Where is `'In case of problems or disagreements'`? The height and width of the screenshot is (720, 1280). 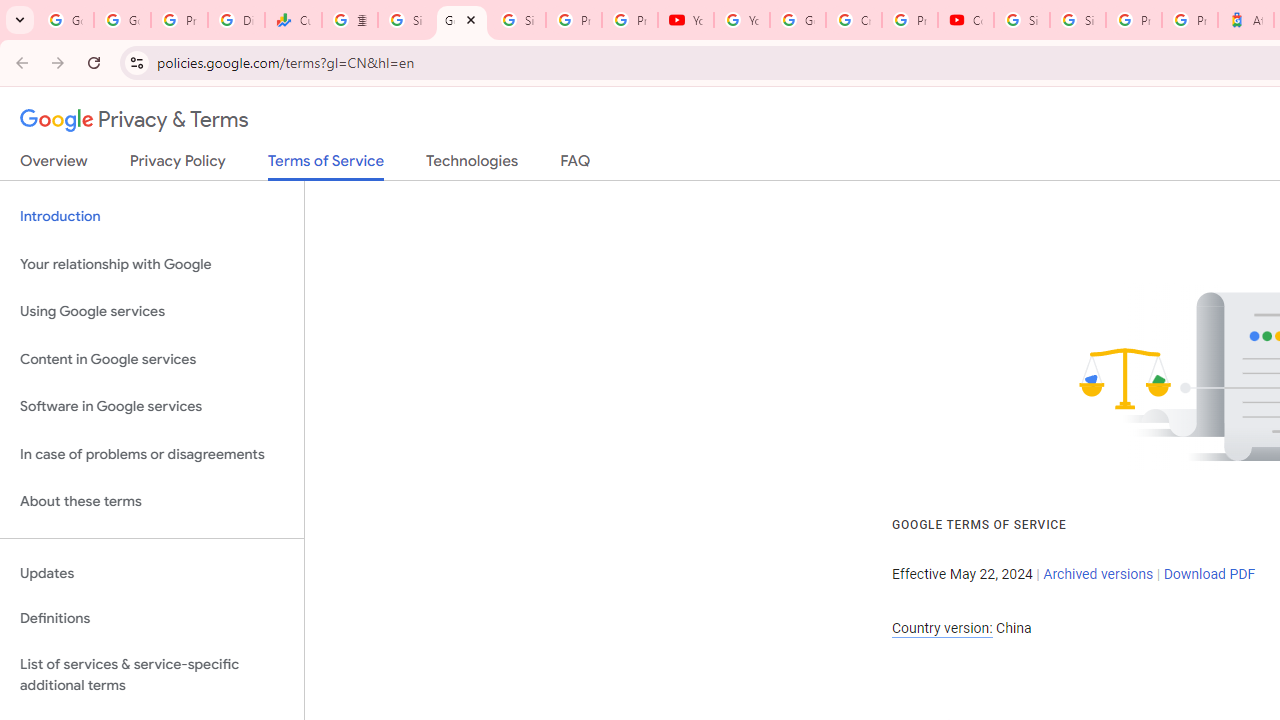
'In case of problems or disagreements' is located at coordinates (151, 454).